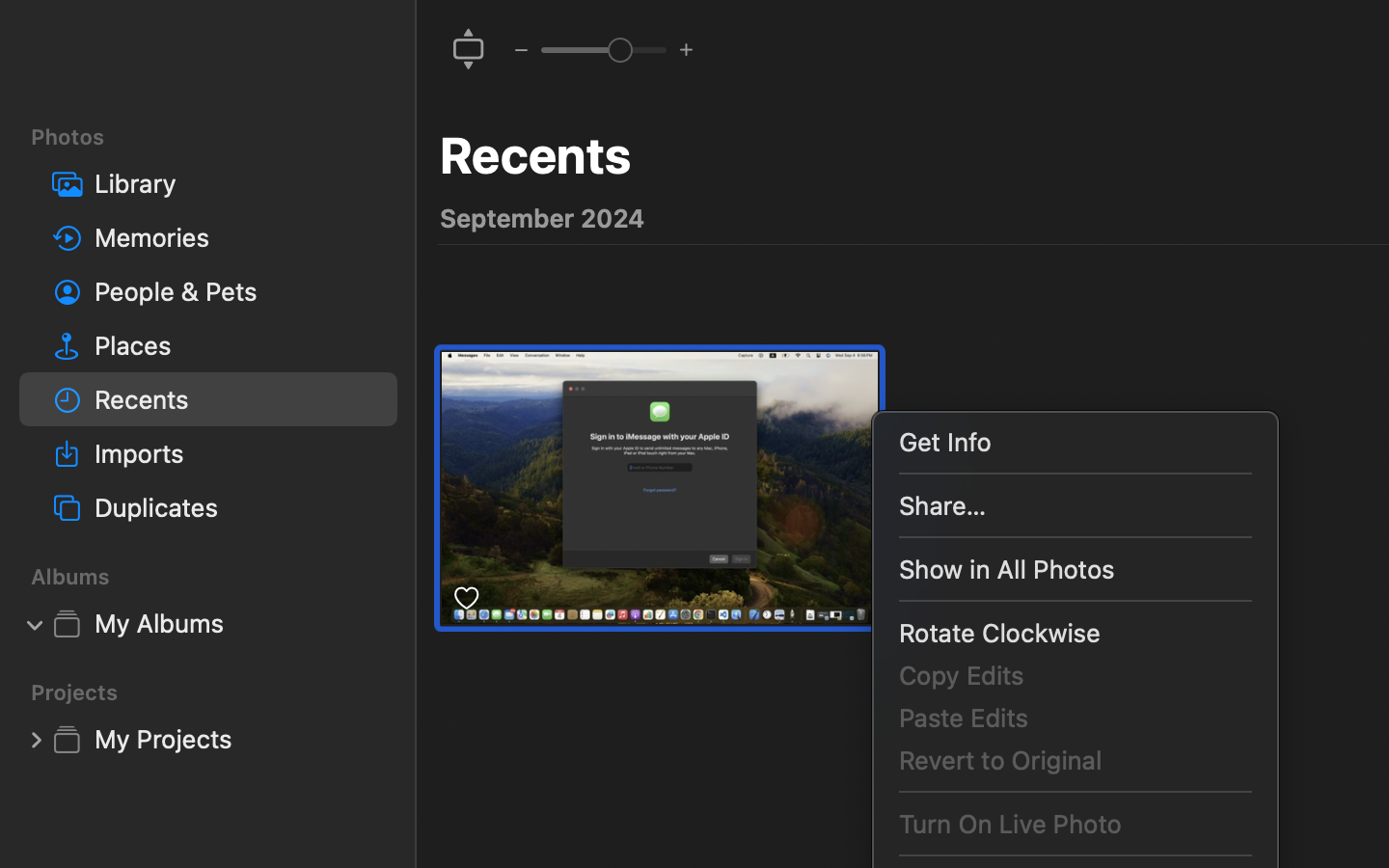  I want to click on 'Places', so click(236, 345).